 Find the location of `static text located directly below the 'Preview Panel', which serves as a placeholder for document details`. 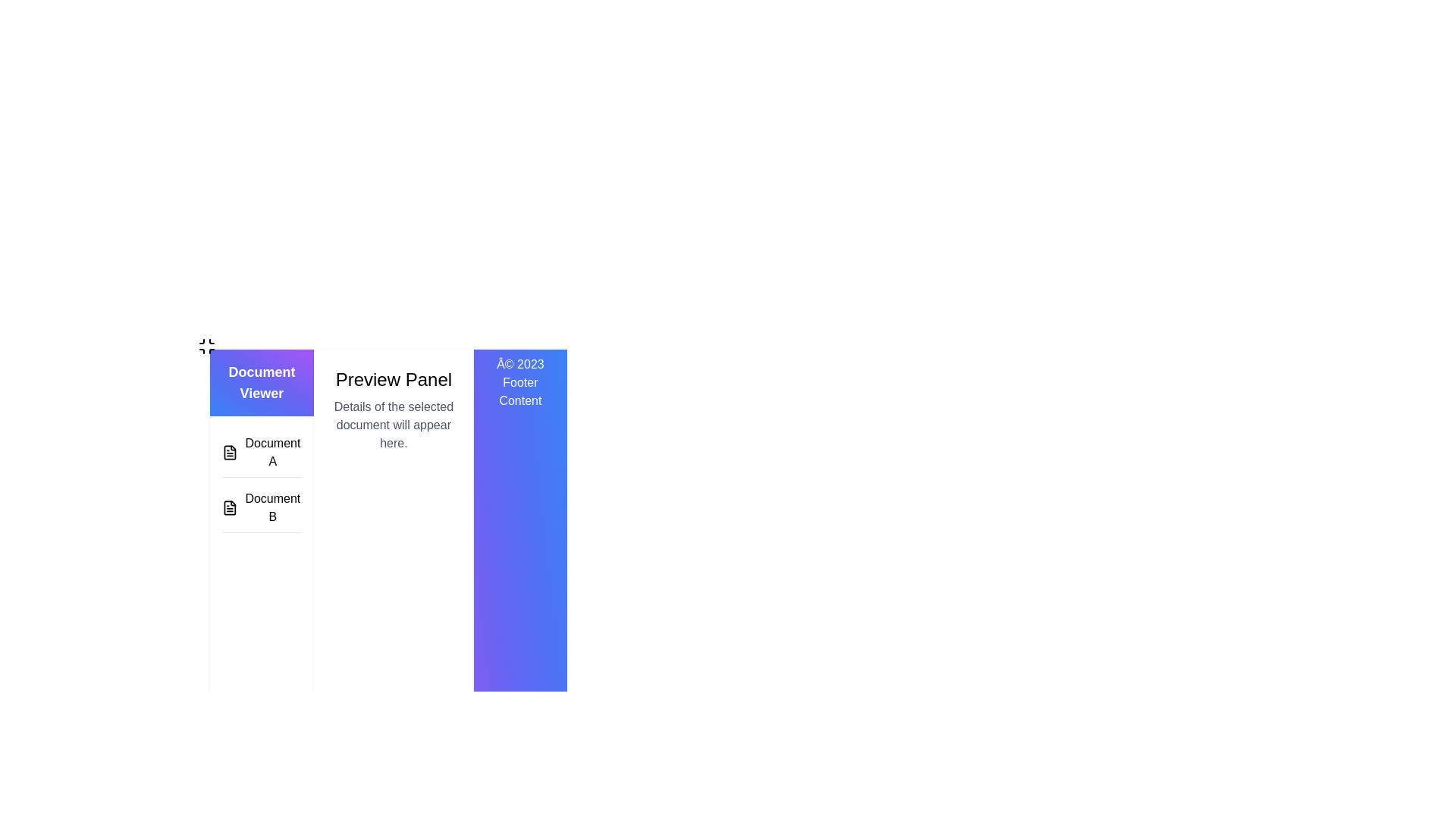

static text located directly below the 'Preview Panel', which serves as a placeholder for document details is located at coordinates (394, 425).